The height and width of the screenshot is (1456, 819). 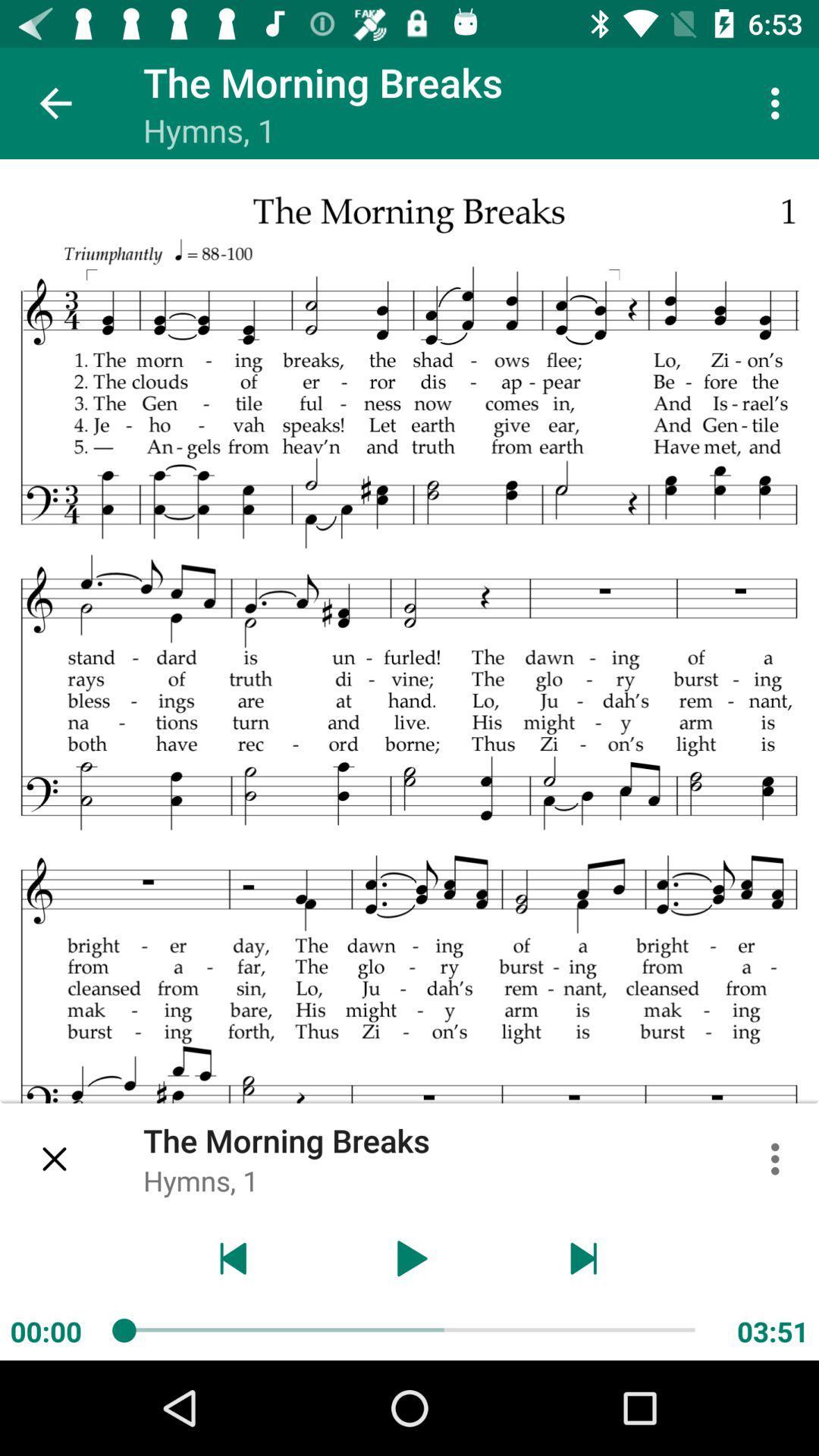 What do you see at coordinates (55, 1158) in the screenshot?
I see `the current song` at bounding box center [55, 1158].